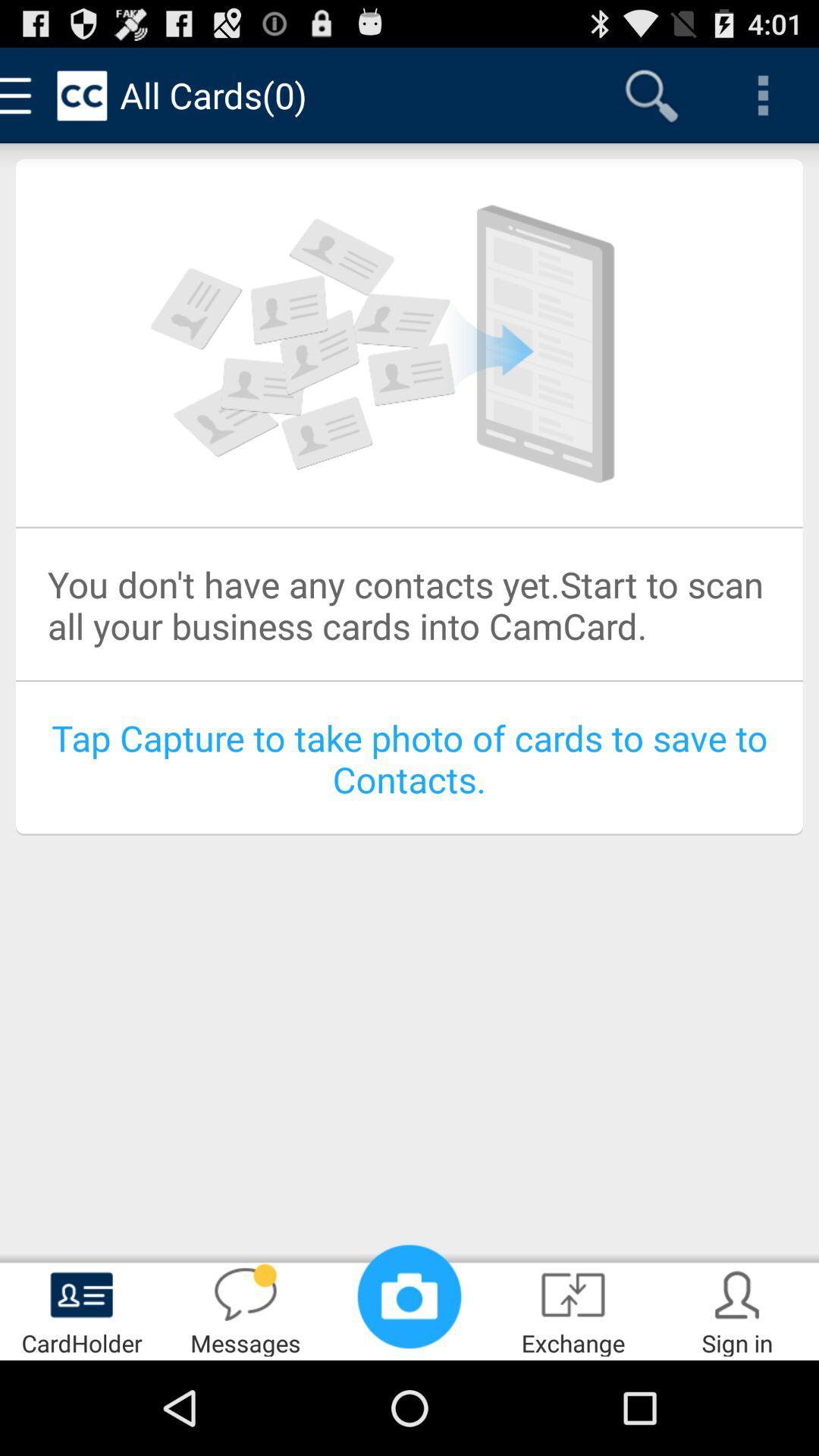 The image size is (819, 1456). I want to click on the sign in item, so click(736, 1309).